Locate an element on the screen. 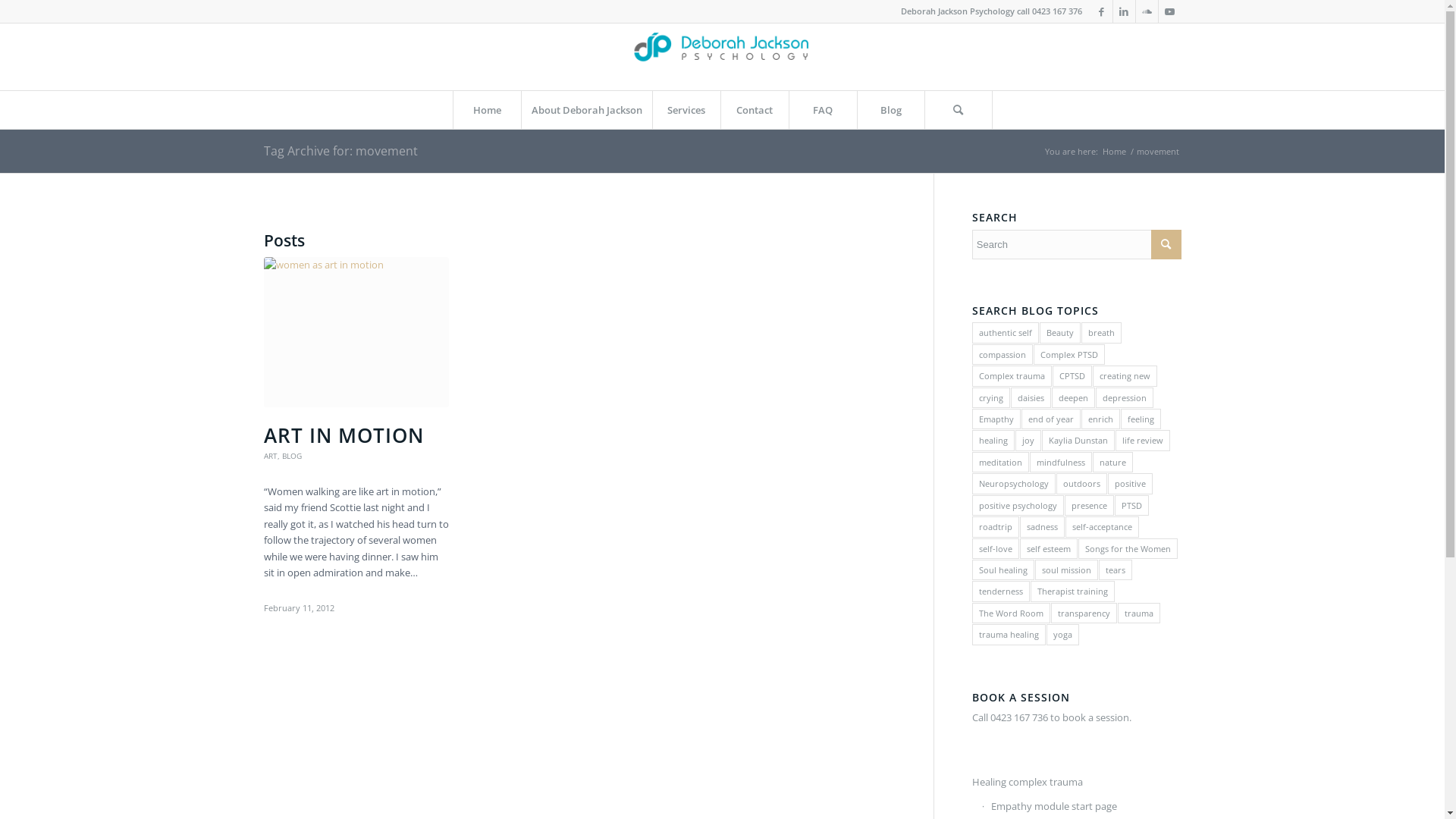 This screenshot has height=819, width=1456. 'BLOG' is located at coordinates (291, 455).